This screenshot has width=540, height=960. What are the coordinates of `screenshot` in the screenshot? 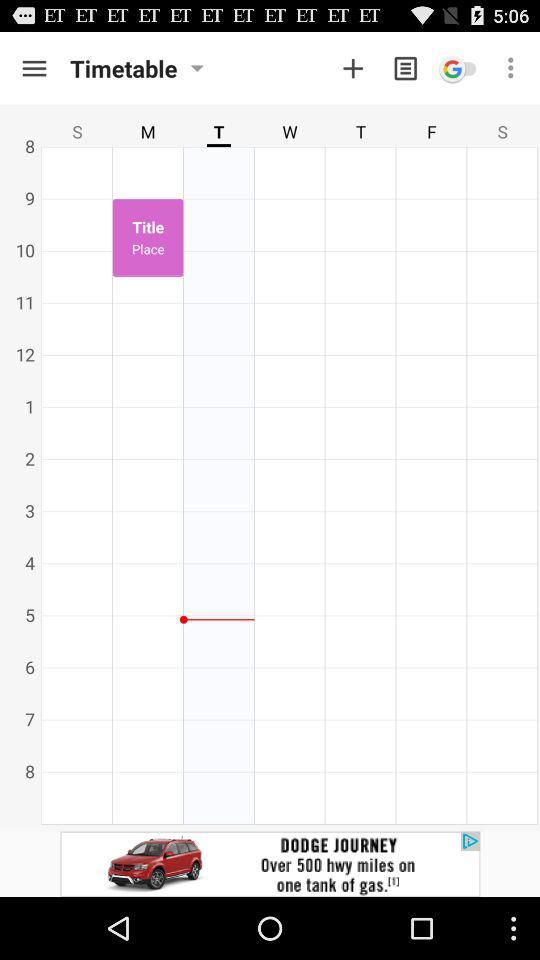 It's located at (352, 68).